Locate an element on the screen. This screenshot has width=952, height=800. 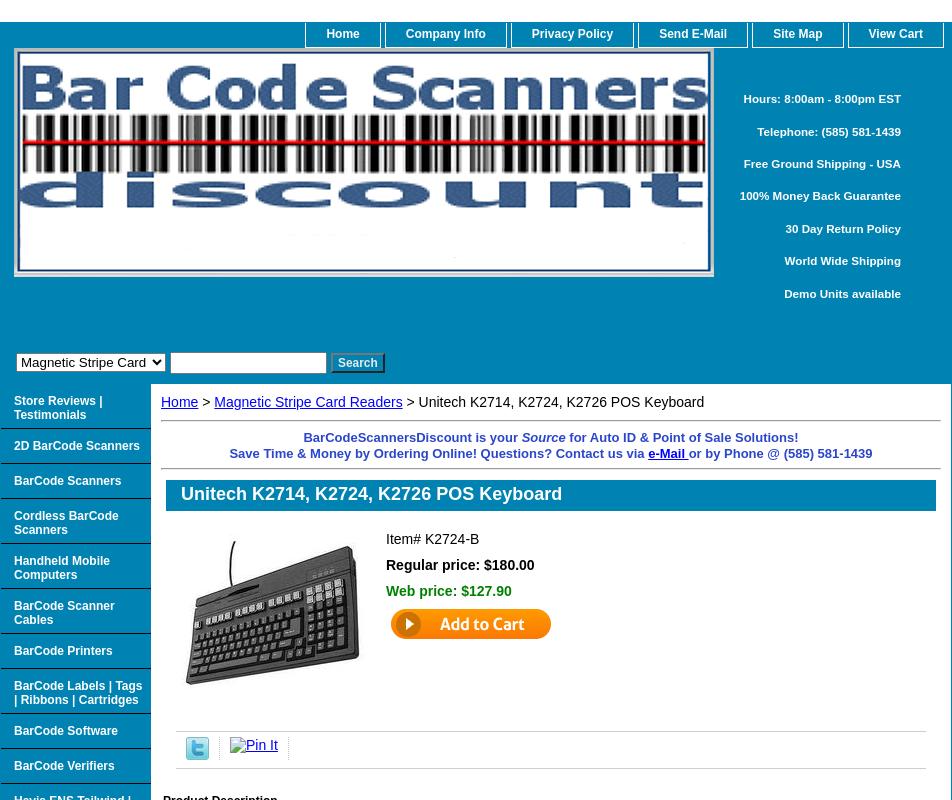
'Store Reviews | Testimonials' is located at coordinates (57, 407).